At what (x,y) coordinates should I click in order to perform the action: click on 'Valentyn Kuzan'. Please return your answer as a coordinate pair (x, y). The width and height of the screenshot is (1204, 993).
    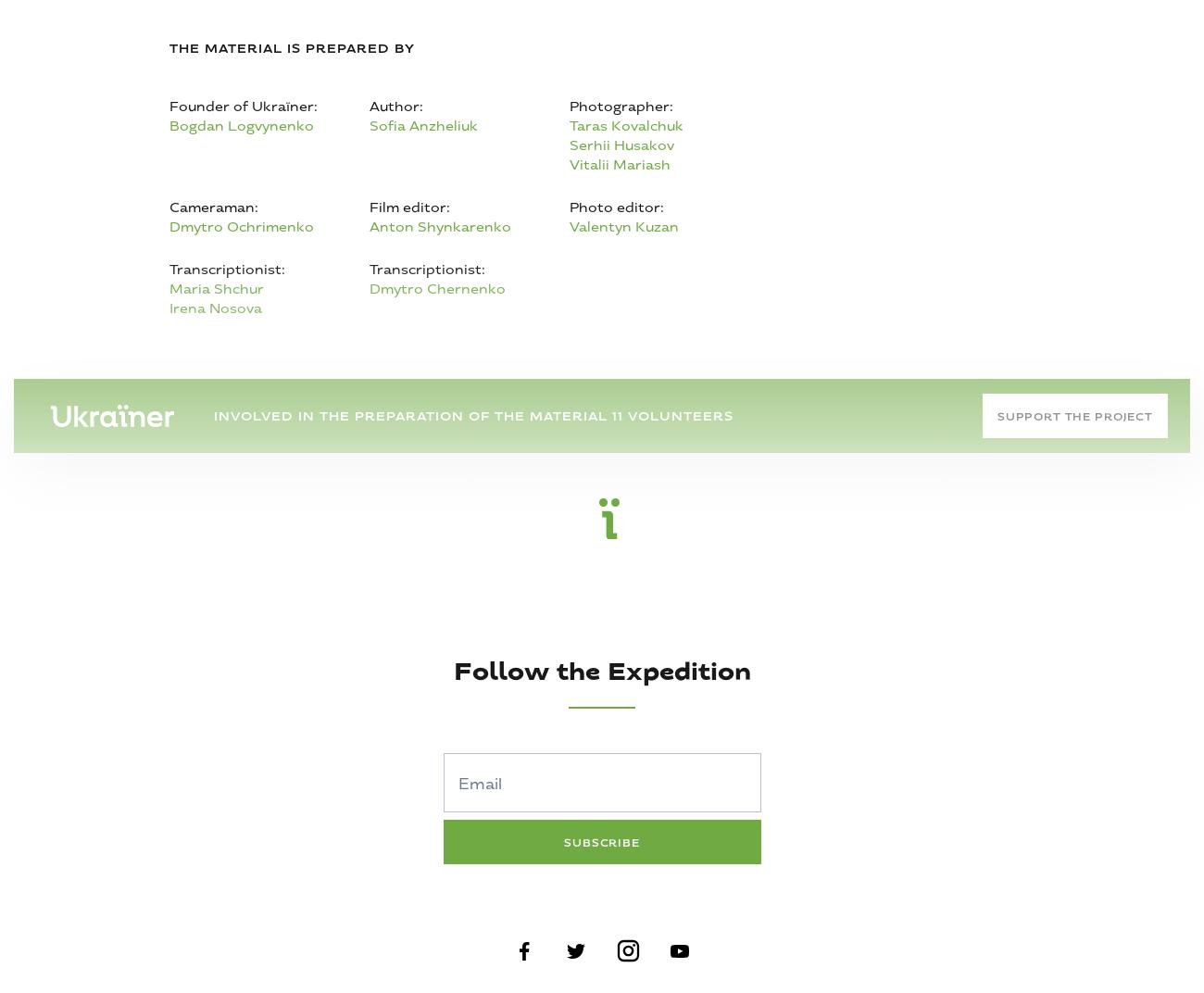
    Looking at the image, I should click on (623, 227).